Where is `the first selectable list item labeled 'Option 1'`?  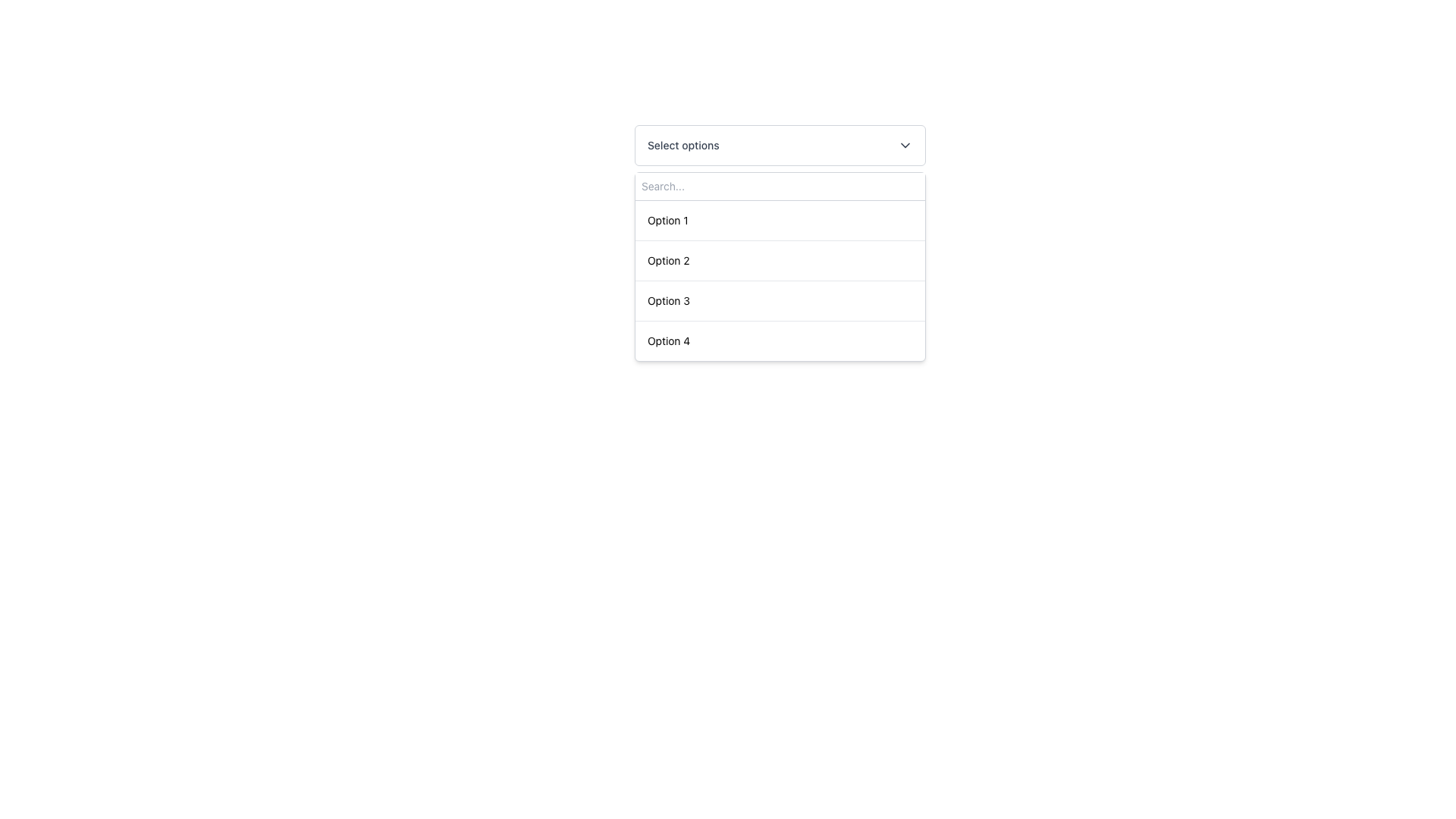
the first selectable list item labeled 'Option 1' is located at coordinates (780, 220).